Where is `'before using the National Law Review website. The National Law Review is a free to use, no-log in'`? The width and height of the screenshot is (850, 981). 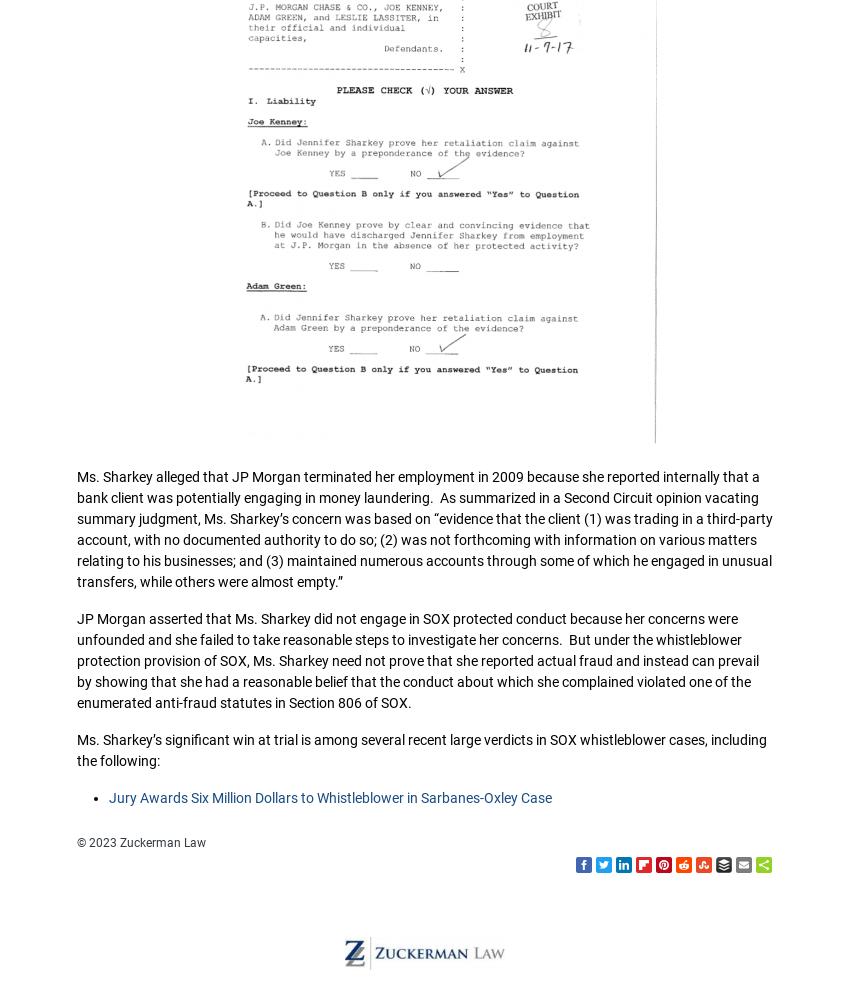
'before using the National Law Review website. The National Law Review is a free to use, no-log in' is located at coordinates (418, 681).